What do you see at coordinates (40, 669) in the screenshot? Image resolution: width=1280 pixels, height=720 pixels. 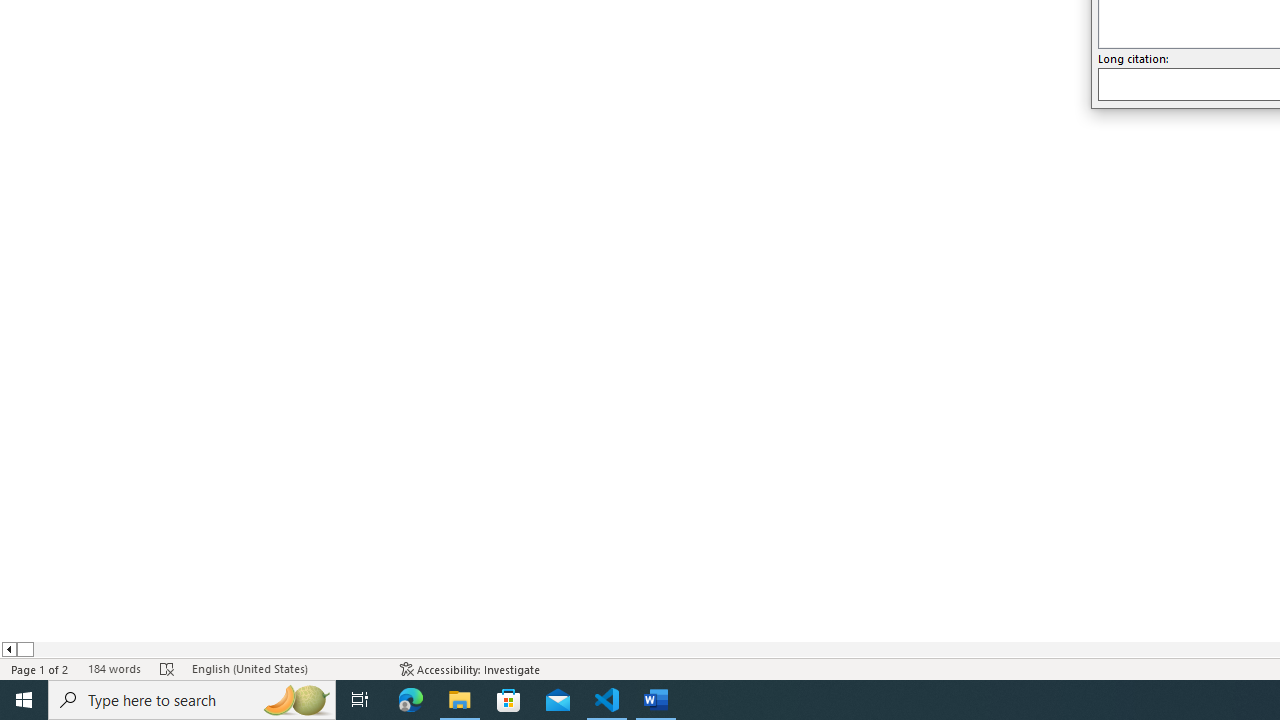 I see `'Page Number Page 1 of 2'` at bounding box center [40, 669].